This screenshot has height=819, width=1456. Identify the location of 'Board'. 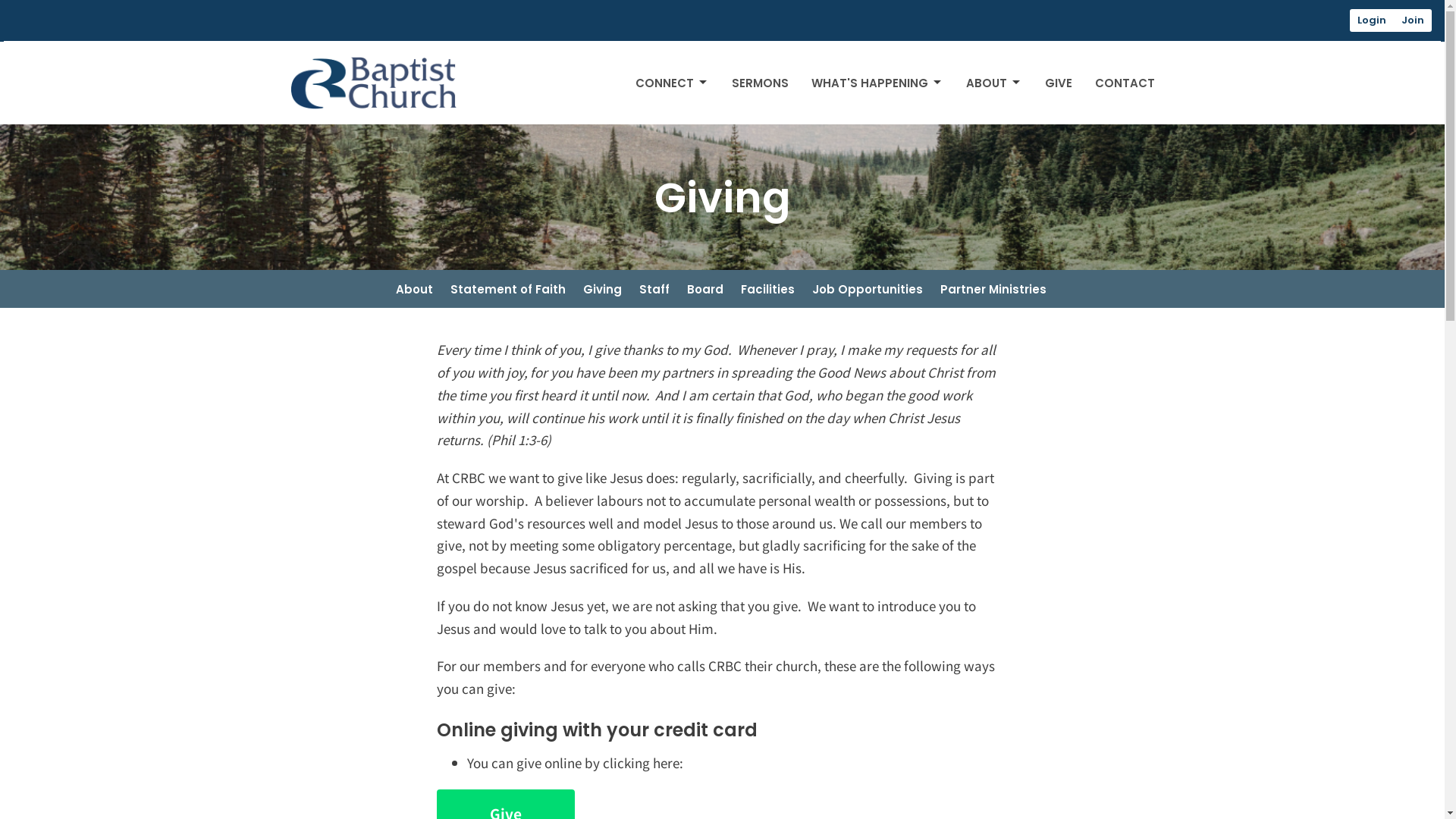
(676, 289).